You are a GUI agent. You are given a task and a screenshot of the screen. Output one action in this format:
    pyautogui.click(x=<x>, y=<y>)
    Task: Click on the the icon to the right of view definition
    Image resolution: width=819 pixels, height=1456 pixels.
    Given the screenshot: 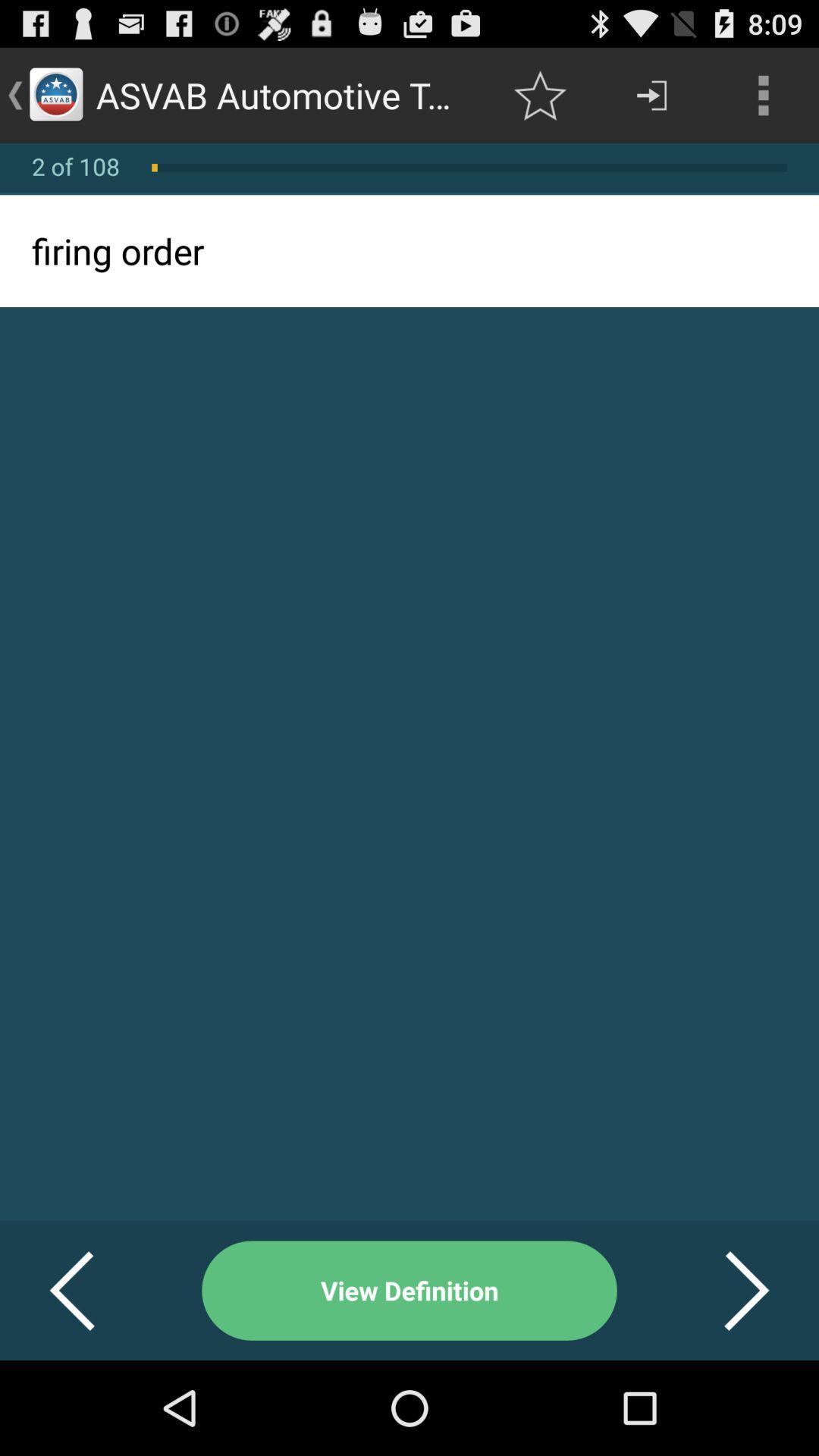 What is the action you would take?
    pyautogui.click(x=727, y=1290)
    